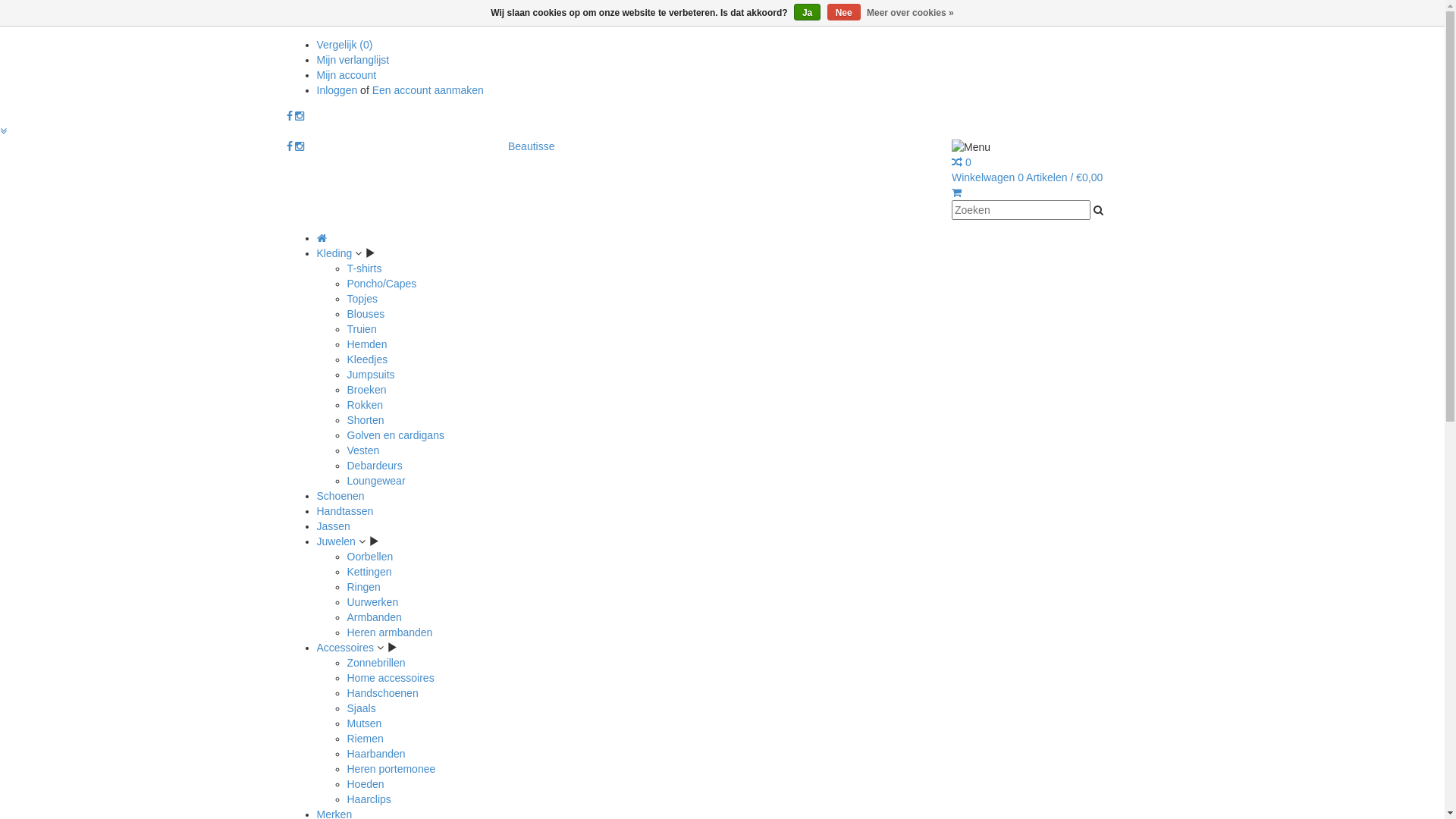  What do you see at coordinates (366, 420) in the screenshot?
I see `'Shorten'` at bounding box center [366, 420].